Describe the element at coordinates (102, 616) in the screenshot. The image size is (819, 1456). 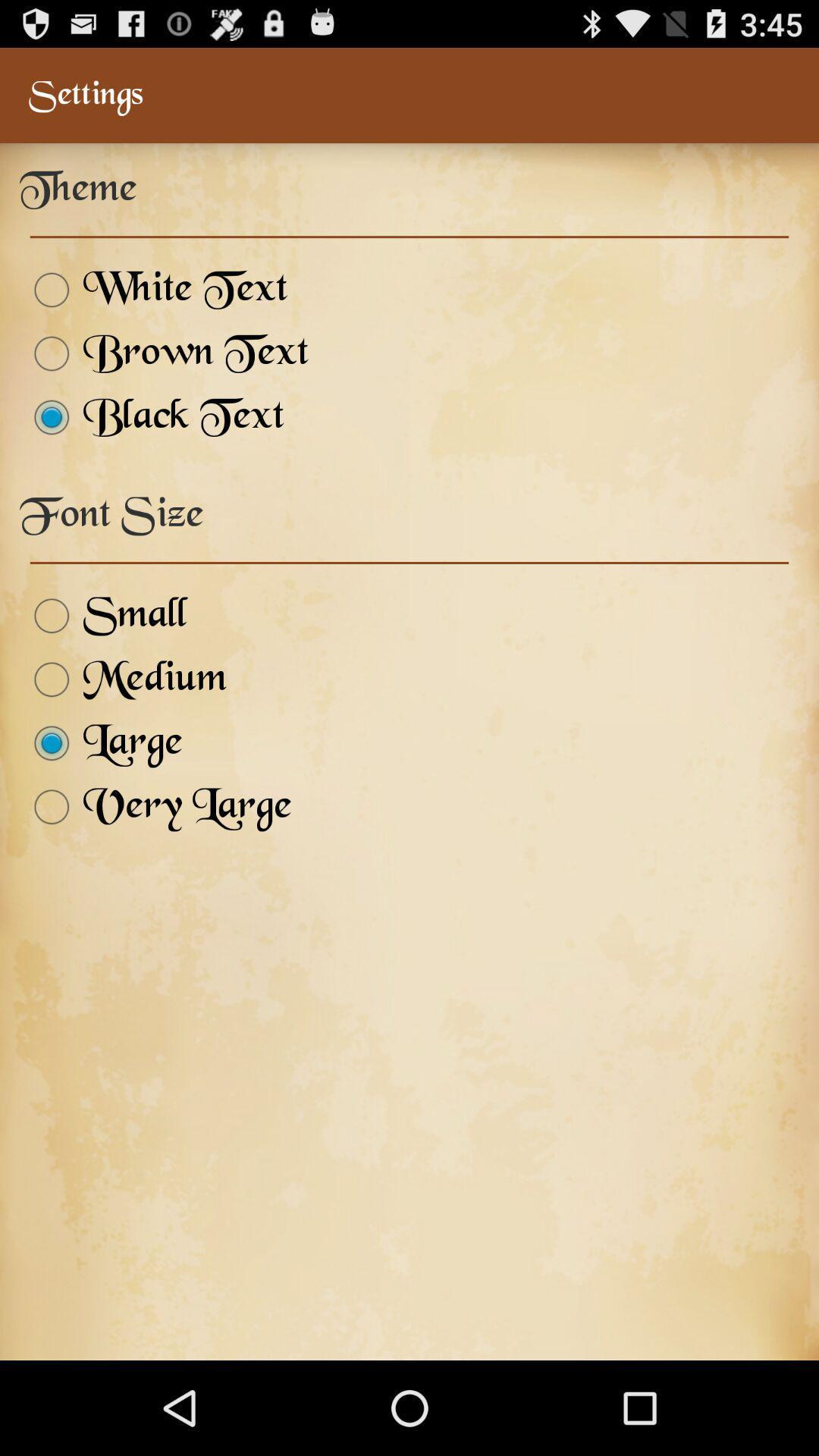
I see `small item` at that location.